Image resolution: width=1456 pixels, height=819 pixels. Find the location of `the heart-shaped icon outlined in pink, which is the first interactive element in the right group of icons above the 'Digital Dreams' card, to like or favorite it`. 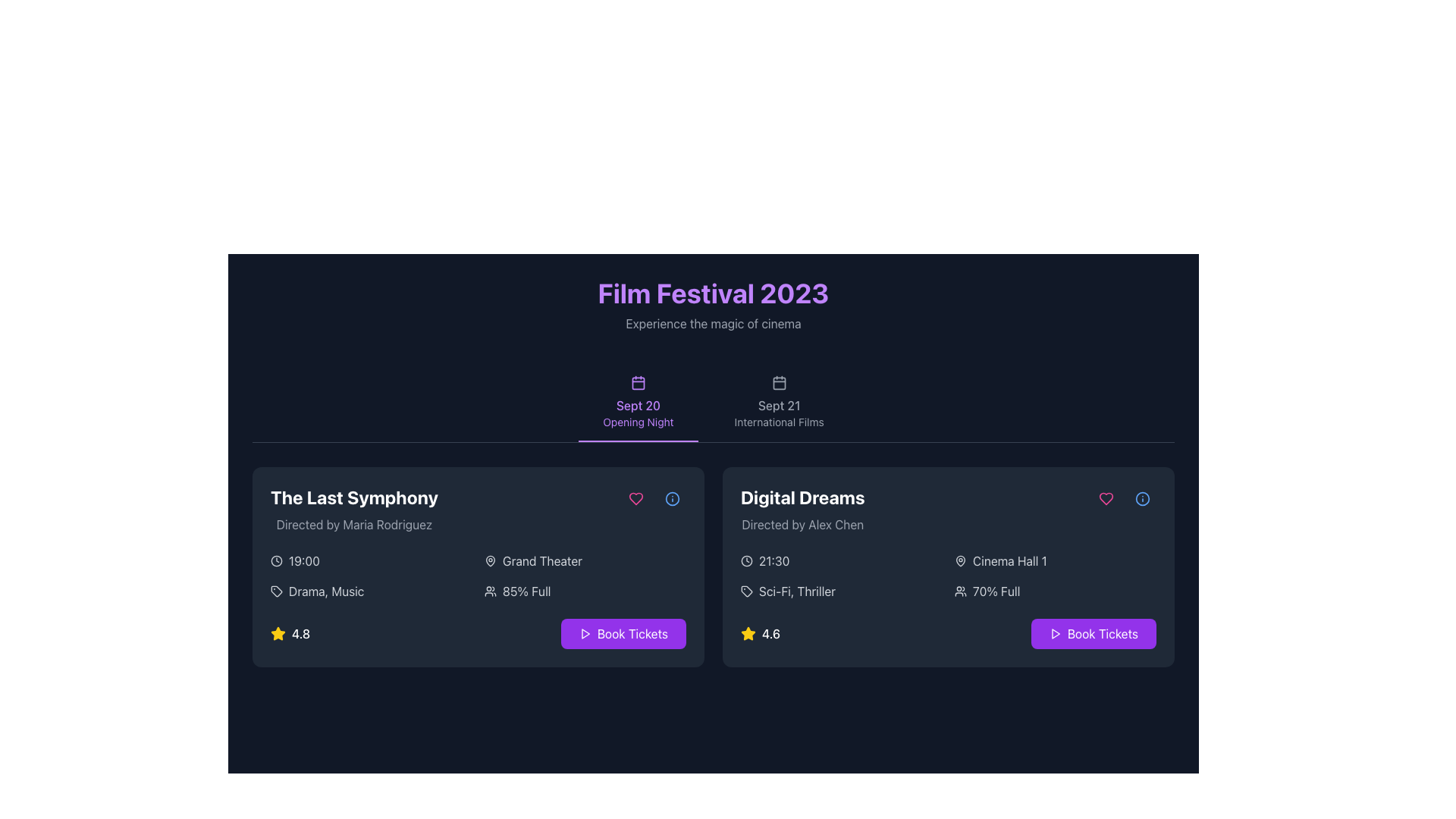

the heart-shaped icon outlined in pink, which is the first interactive element in the right group of icons above the 'Digital Dreams' card, to like or favorite it is located at coordinates (1106, 499).